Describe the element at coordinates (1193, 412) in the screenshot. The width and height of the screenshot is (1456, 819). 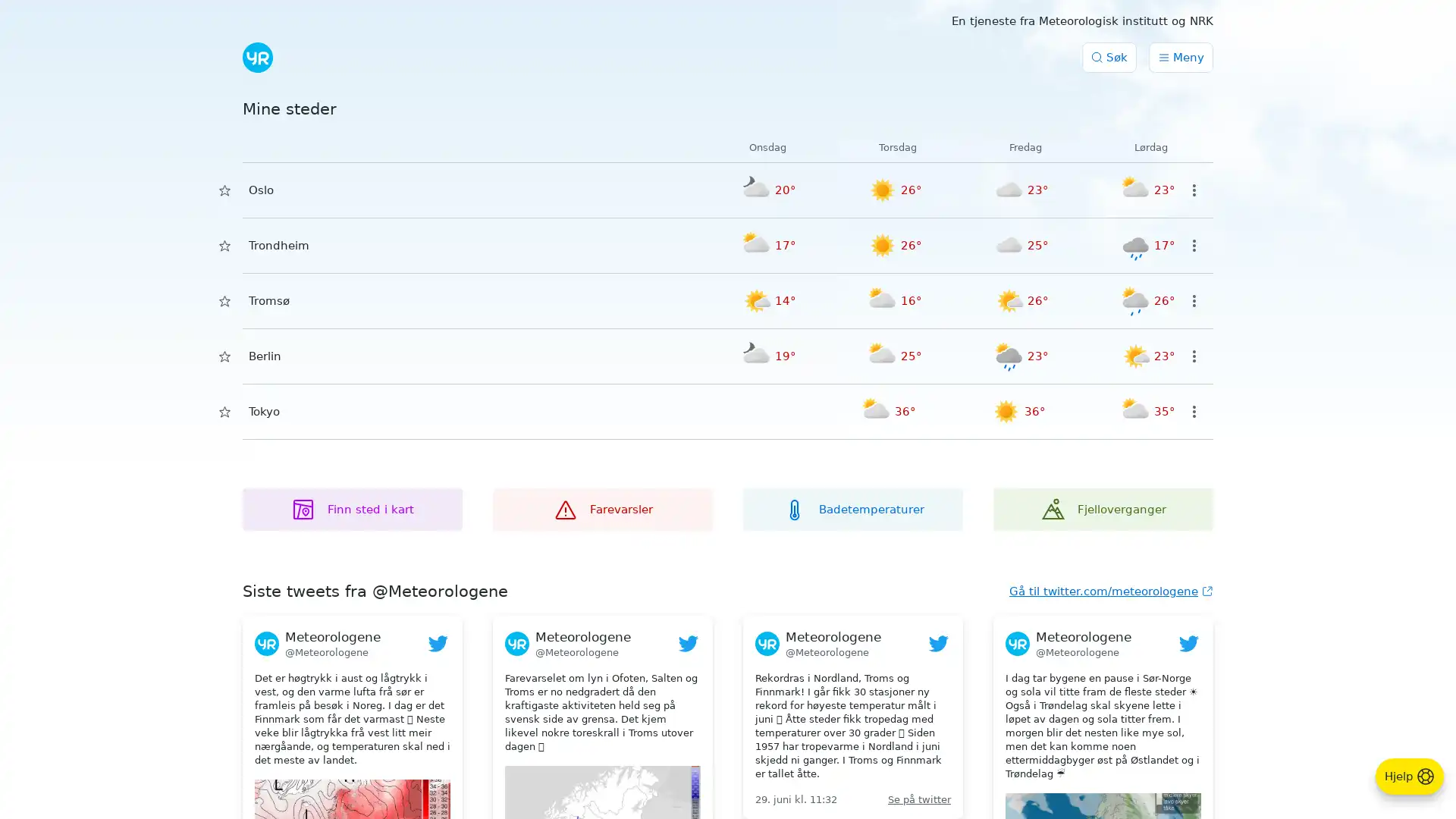
I see `Valg for sted` at that location.